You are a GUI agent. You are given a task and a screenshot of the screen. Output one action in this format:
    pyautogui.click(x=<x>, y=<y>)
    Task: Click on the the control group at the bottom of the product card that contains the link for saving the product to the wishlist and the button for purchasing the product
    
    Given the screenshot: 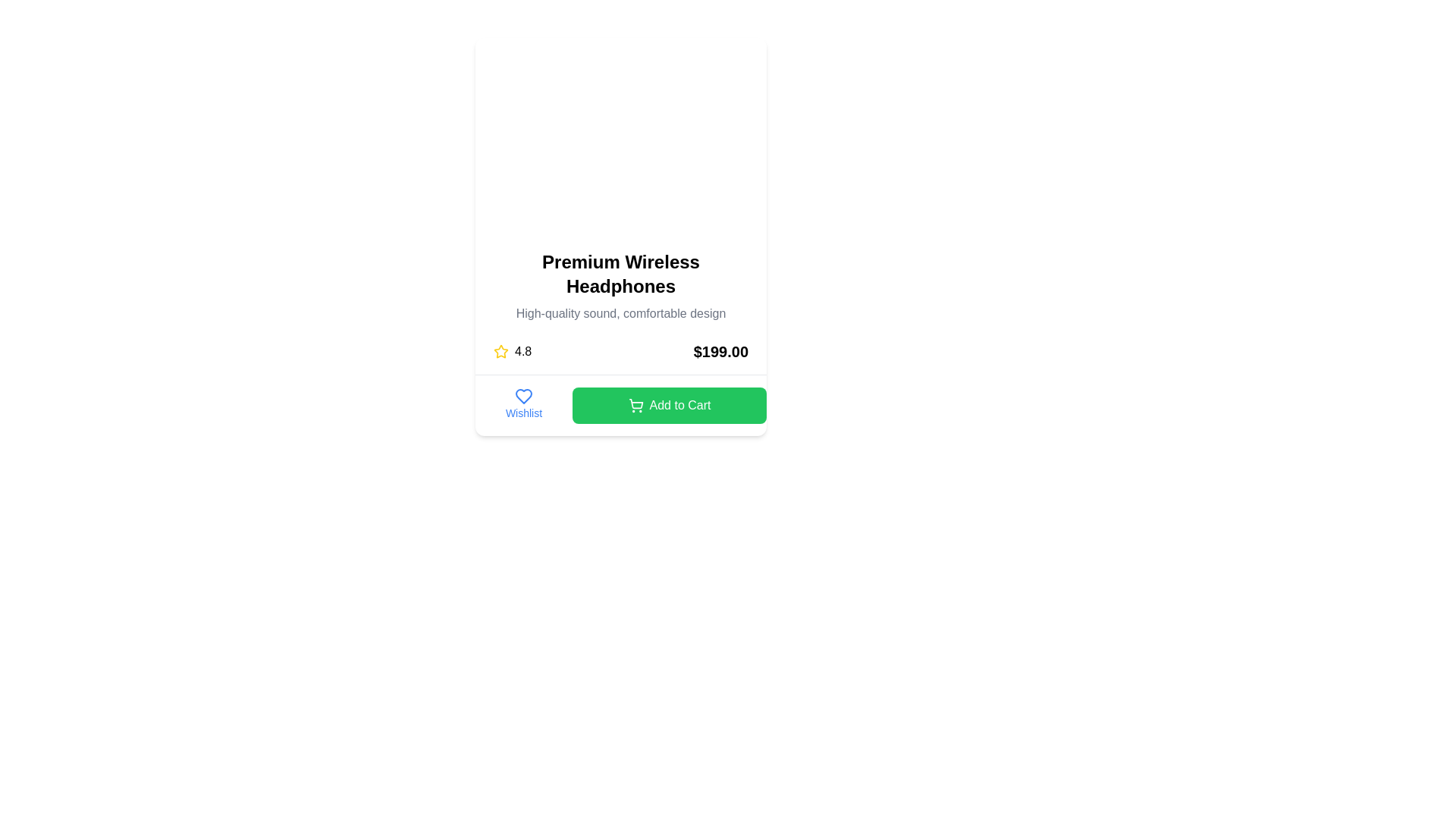 What is the action you would take?
    pyautogui.click(x=621, y=404)
    